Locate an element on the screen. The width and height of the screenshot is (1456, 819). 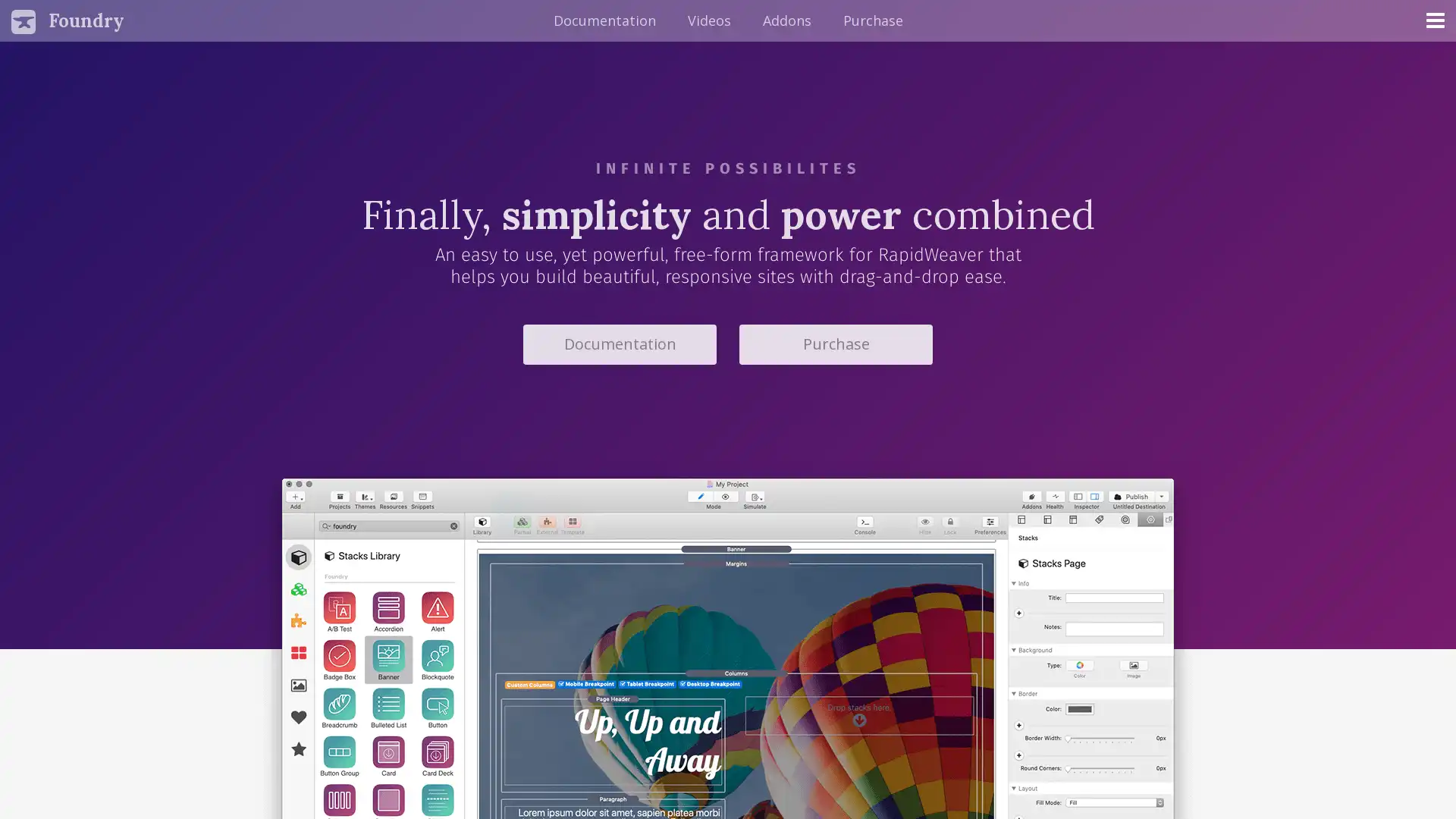
Purchase is located at coordinates (835, 344).